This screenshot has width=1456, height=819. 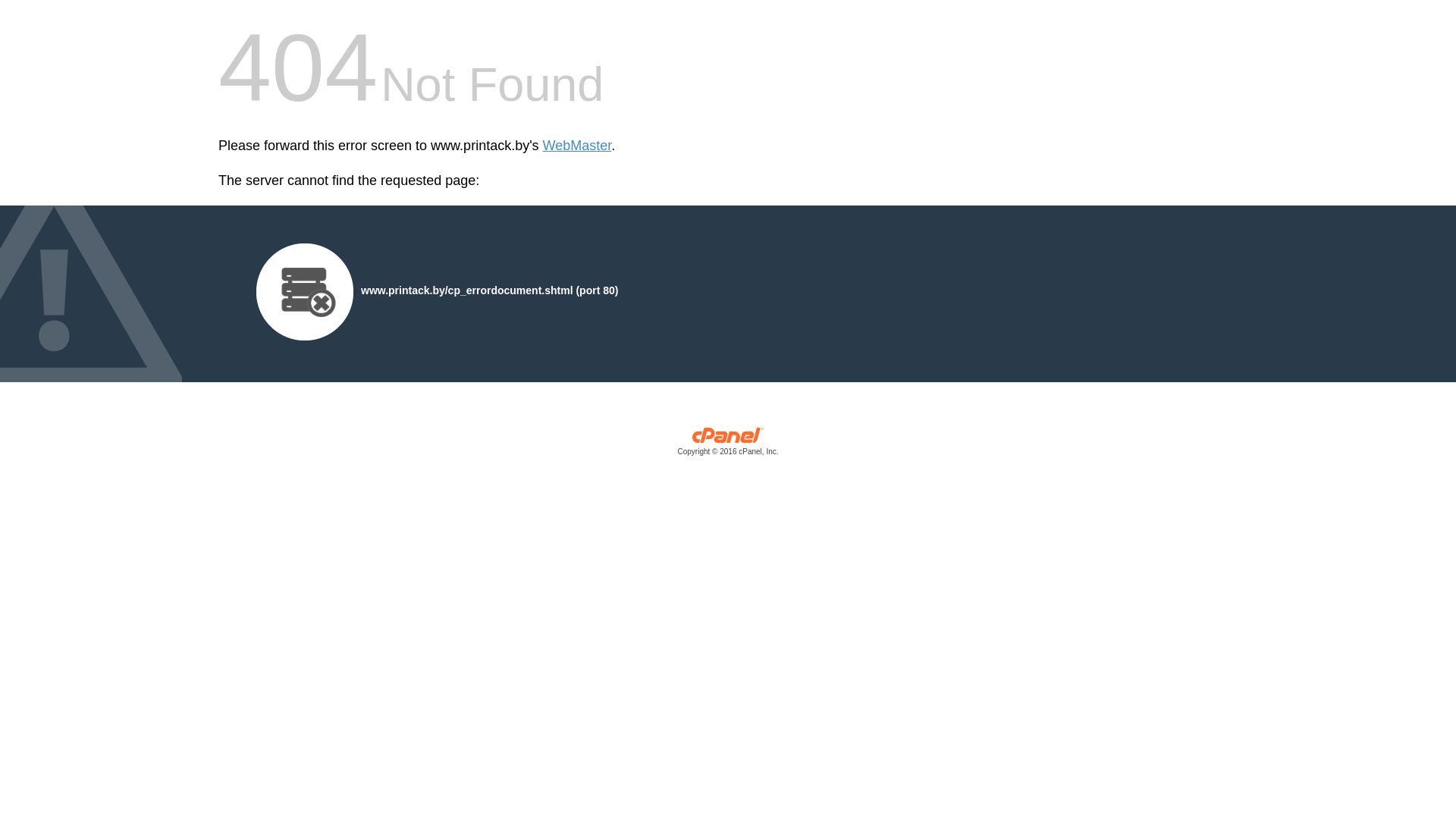 I want to click on 'WebMaster', so click(x=576, y=146).